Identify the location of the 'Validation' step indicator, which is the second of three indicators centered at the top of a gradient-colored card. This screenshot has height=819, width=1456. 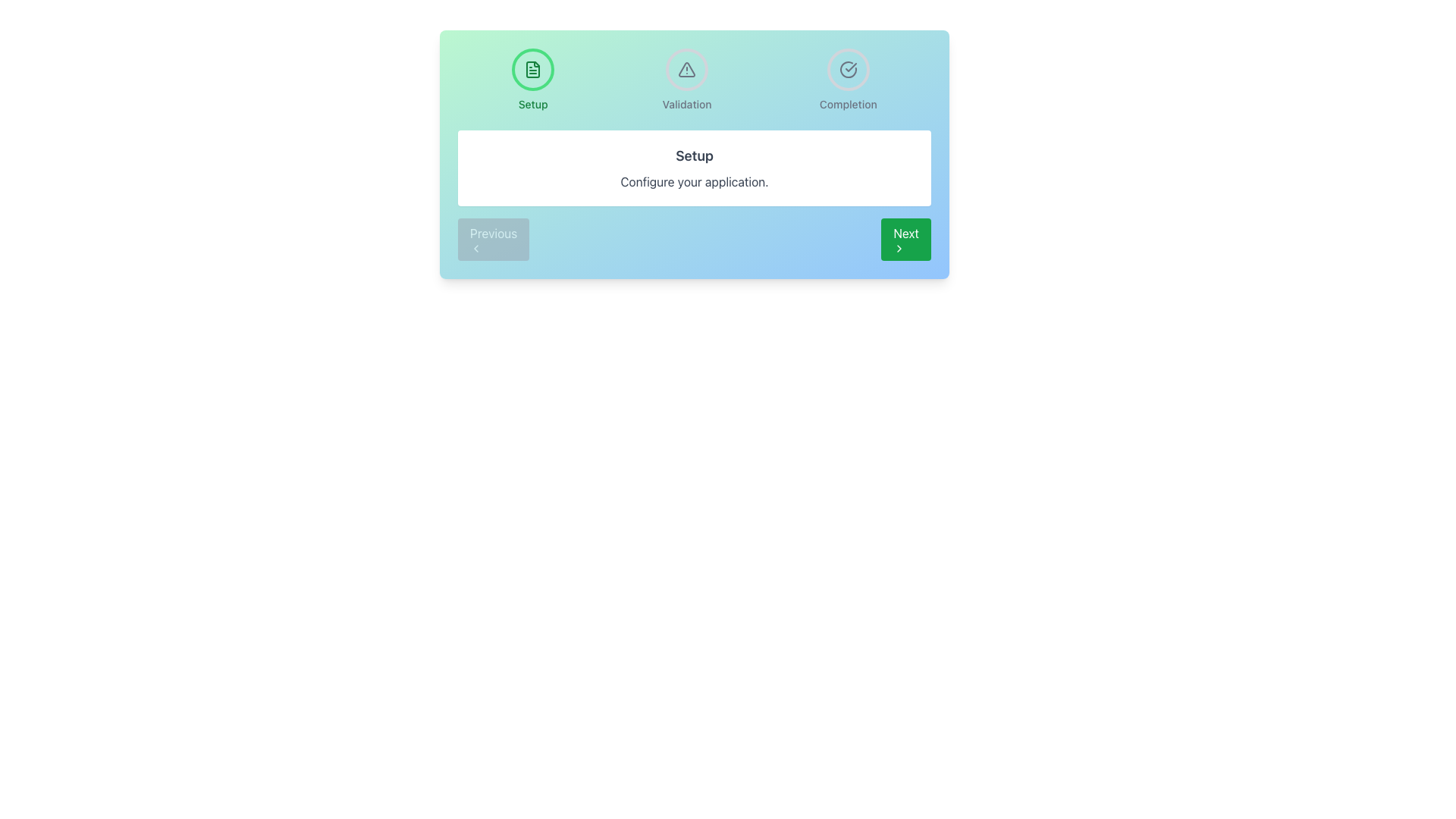
(694, 80).